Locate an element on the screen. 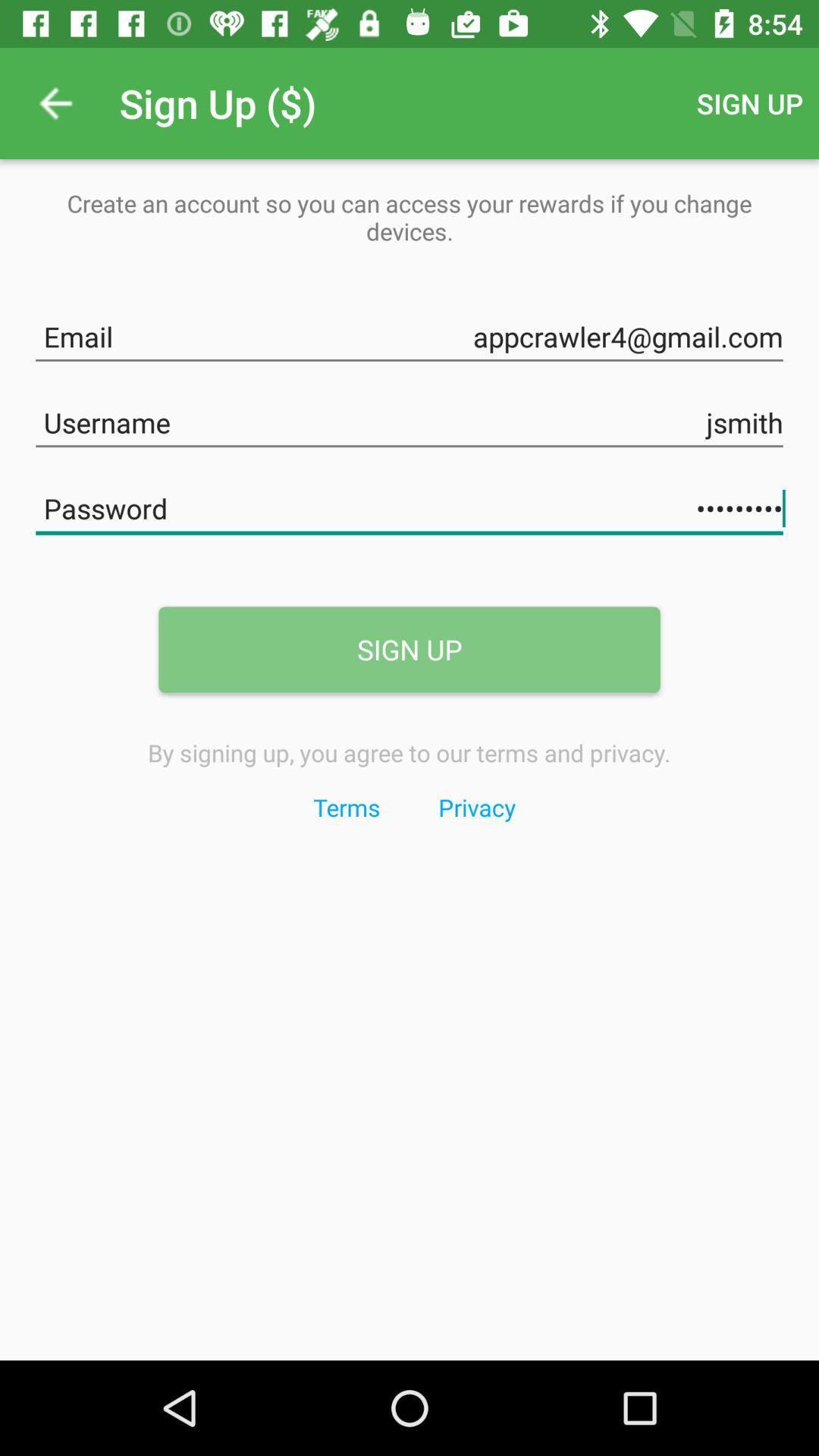 This screenshot has width=819, height=1456. the icon above jsmith item is located at coordinates (409, 333).